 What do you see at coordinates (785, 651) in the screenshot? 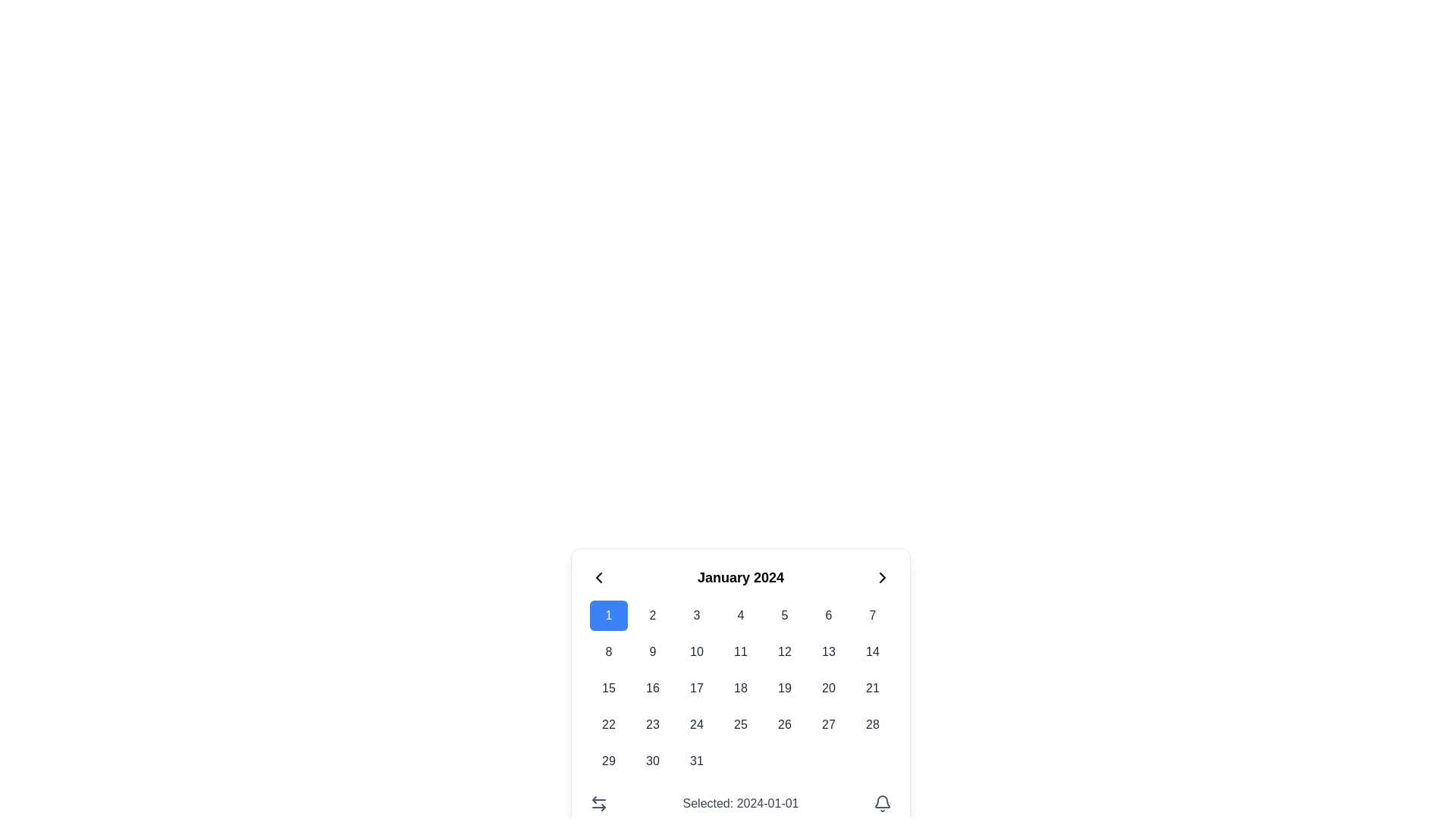
I see `the button representing the 12th day of the month in the calendar grid layout` at bounding box center [785, 651].